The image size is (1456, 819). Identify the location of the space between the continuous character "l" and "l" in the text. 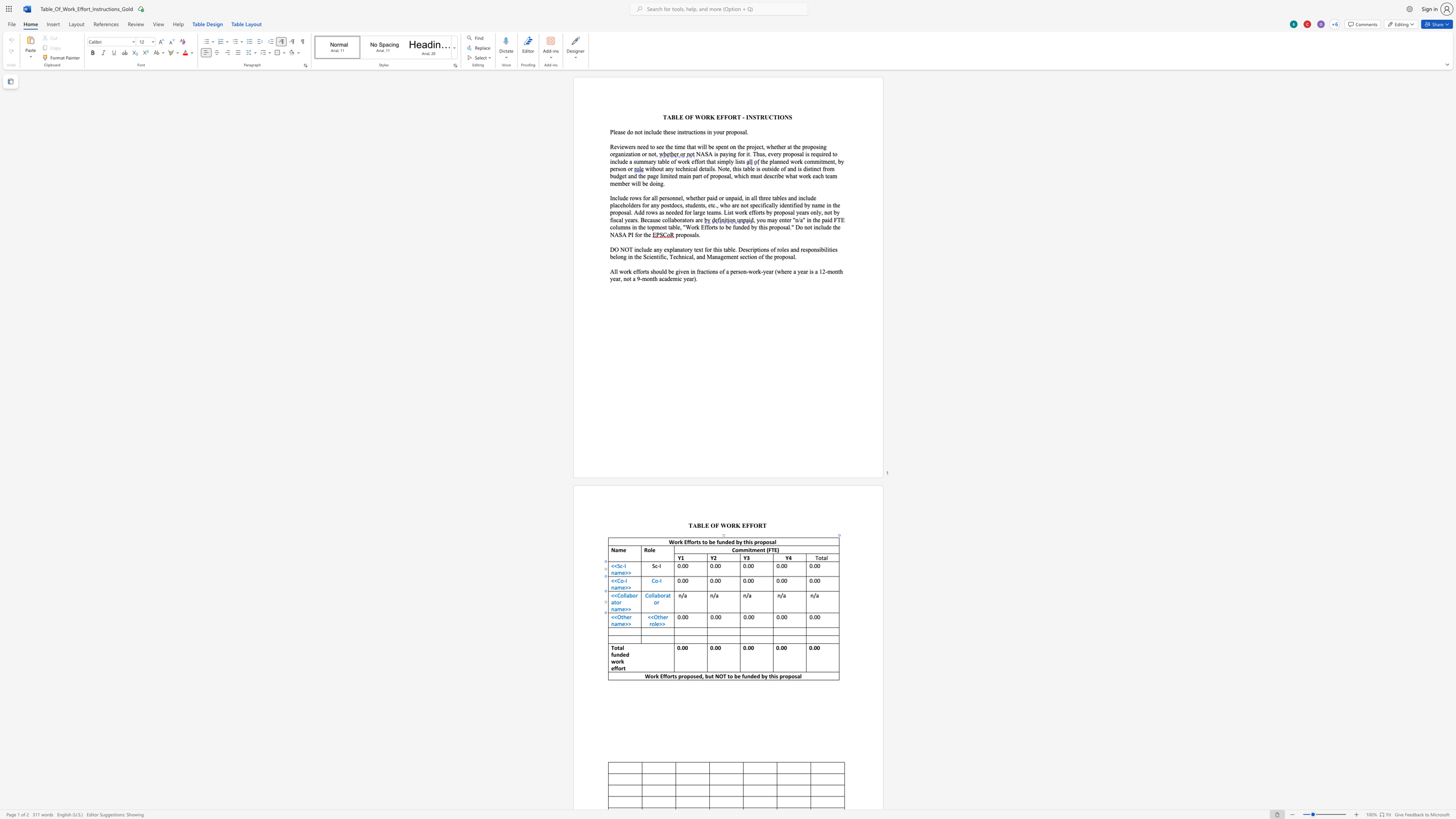
(653, 595).